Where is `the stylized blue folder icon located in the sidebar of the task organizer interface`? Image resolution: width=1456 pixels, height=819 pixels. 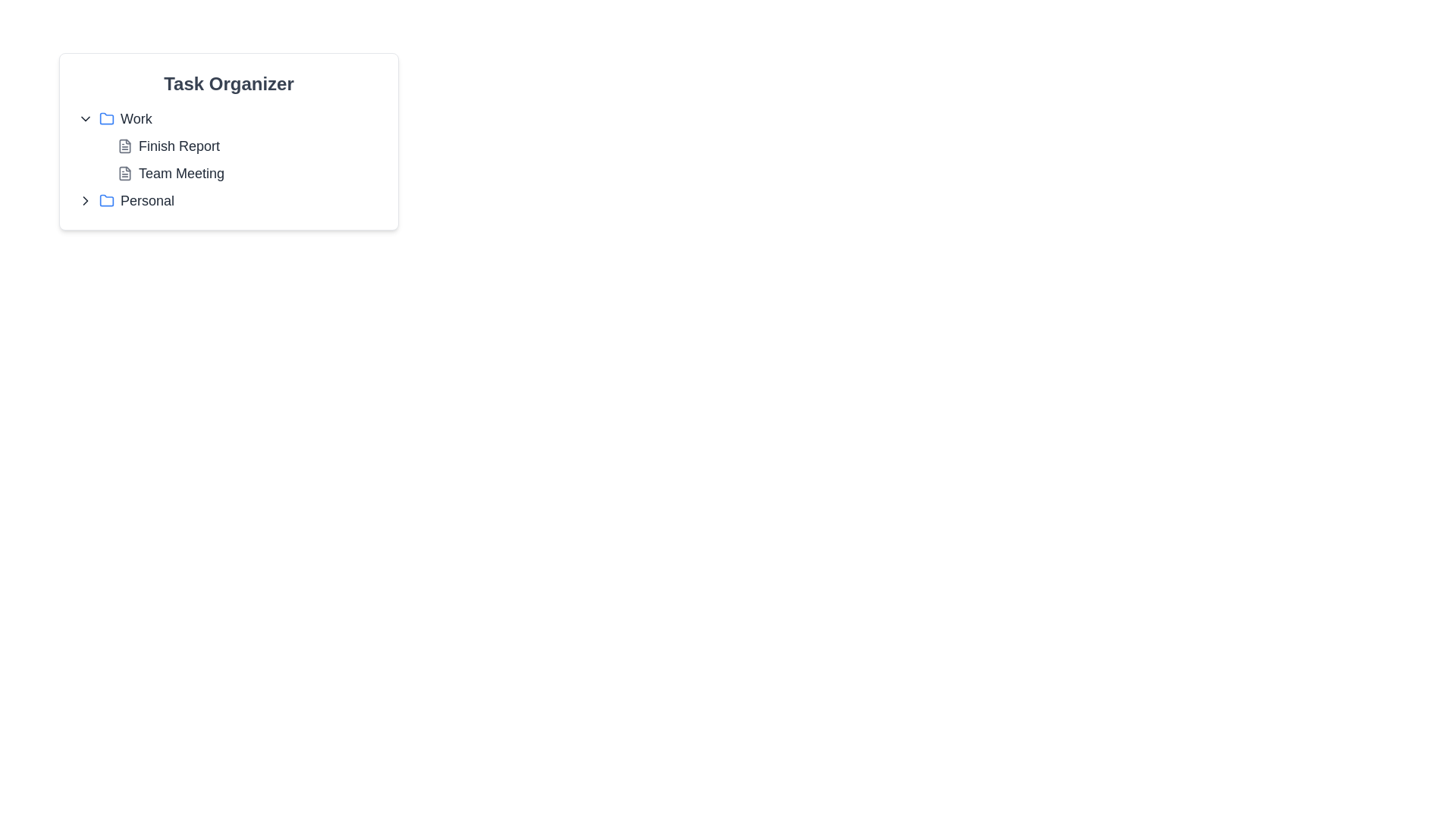 the stylized blue folder icon located in the sidebar of the task organizer interface is located at coordinates (105, 199).